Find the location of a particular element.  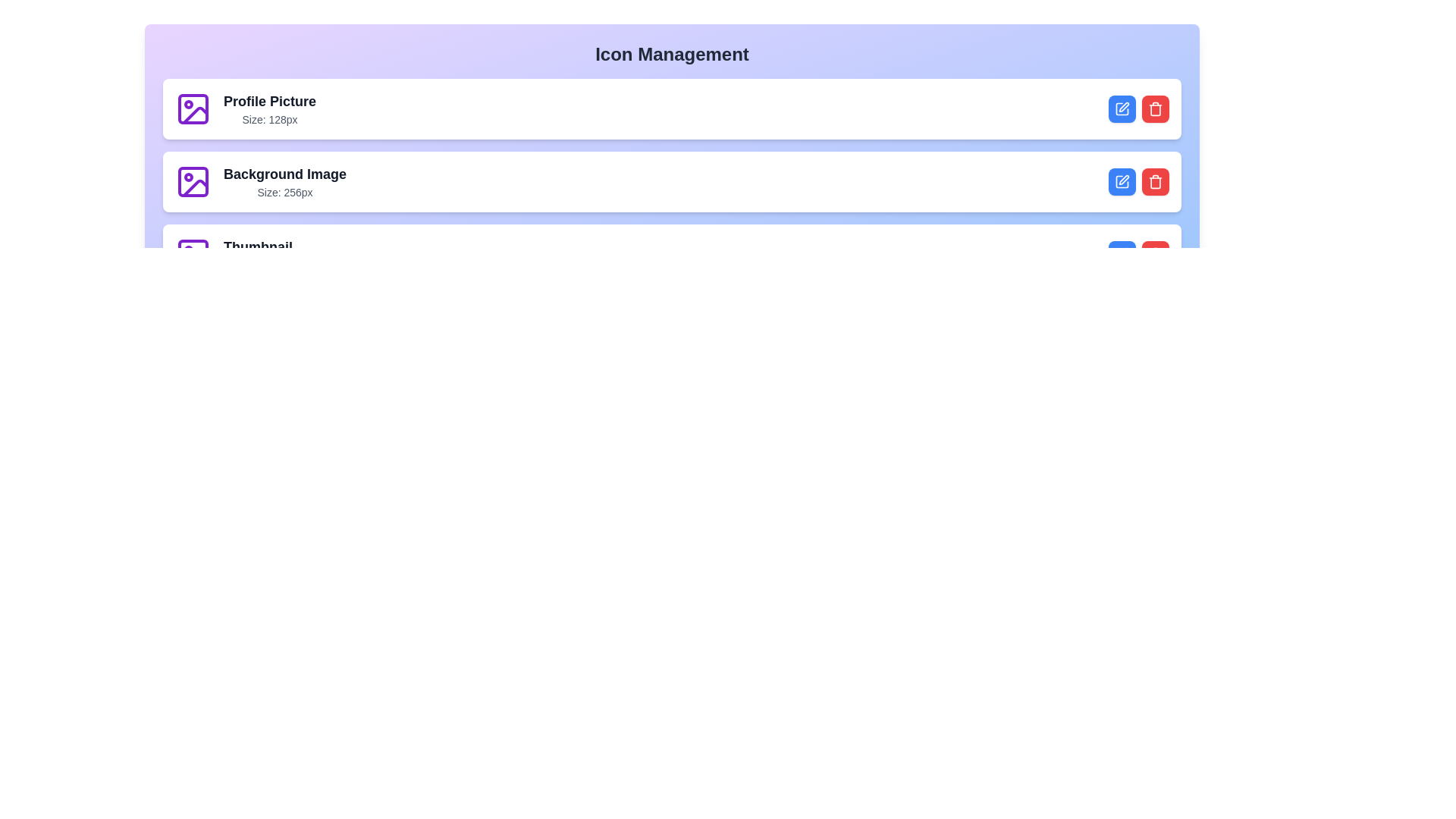

the static descriptive text displaying 'Size: 256px', which is positioned below the 'Background Image' heading is located at coordinates (284, 192).